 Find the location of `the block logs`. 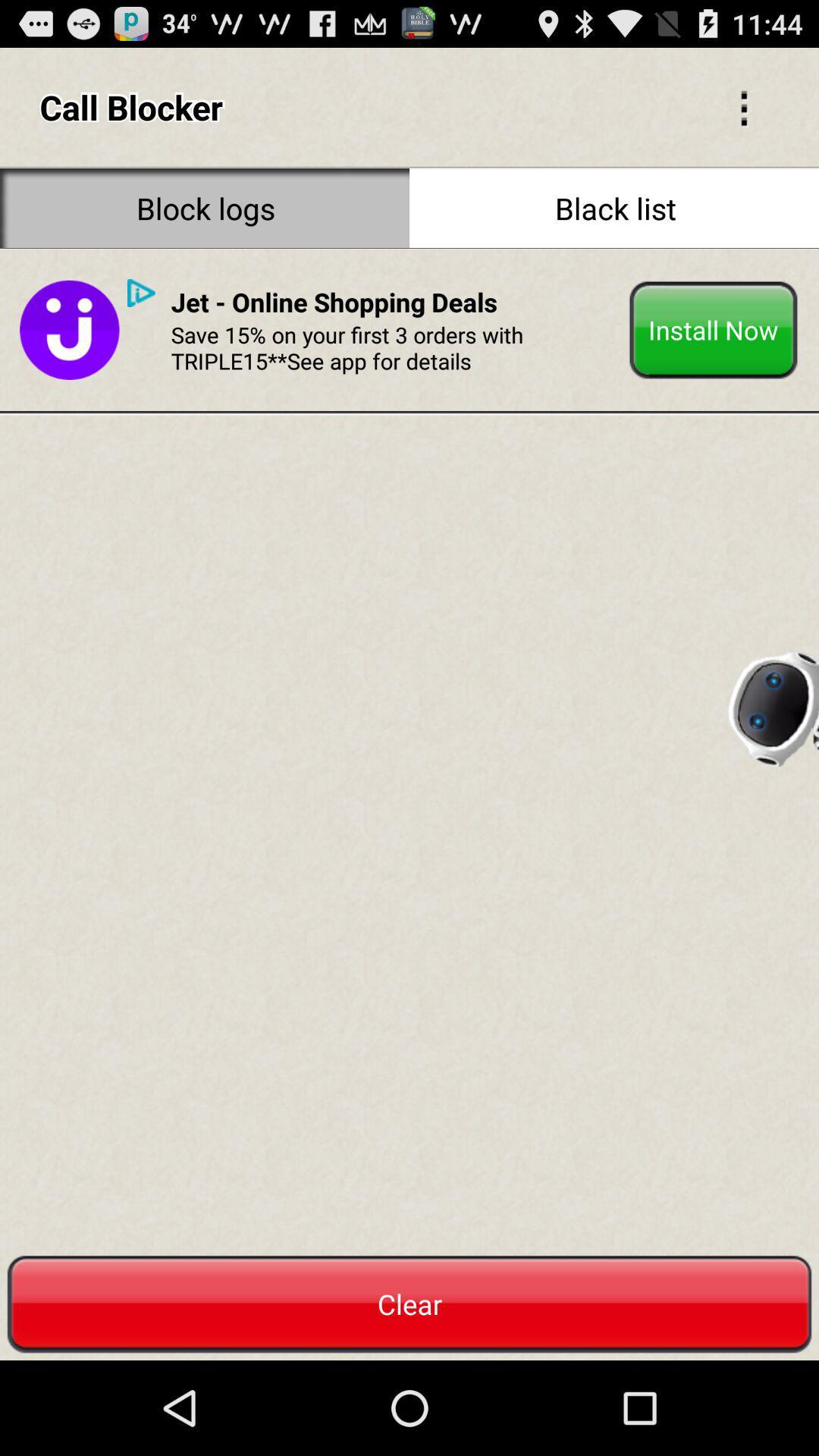

the block logs is located at coordinates (205, 207).